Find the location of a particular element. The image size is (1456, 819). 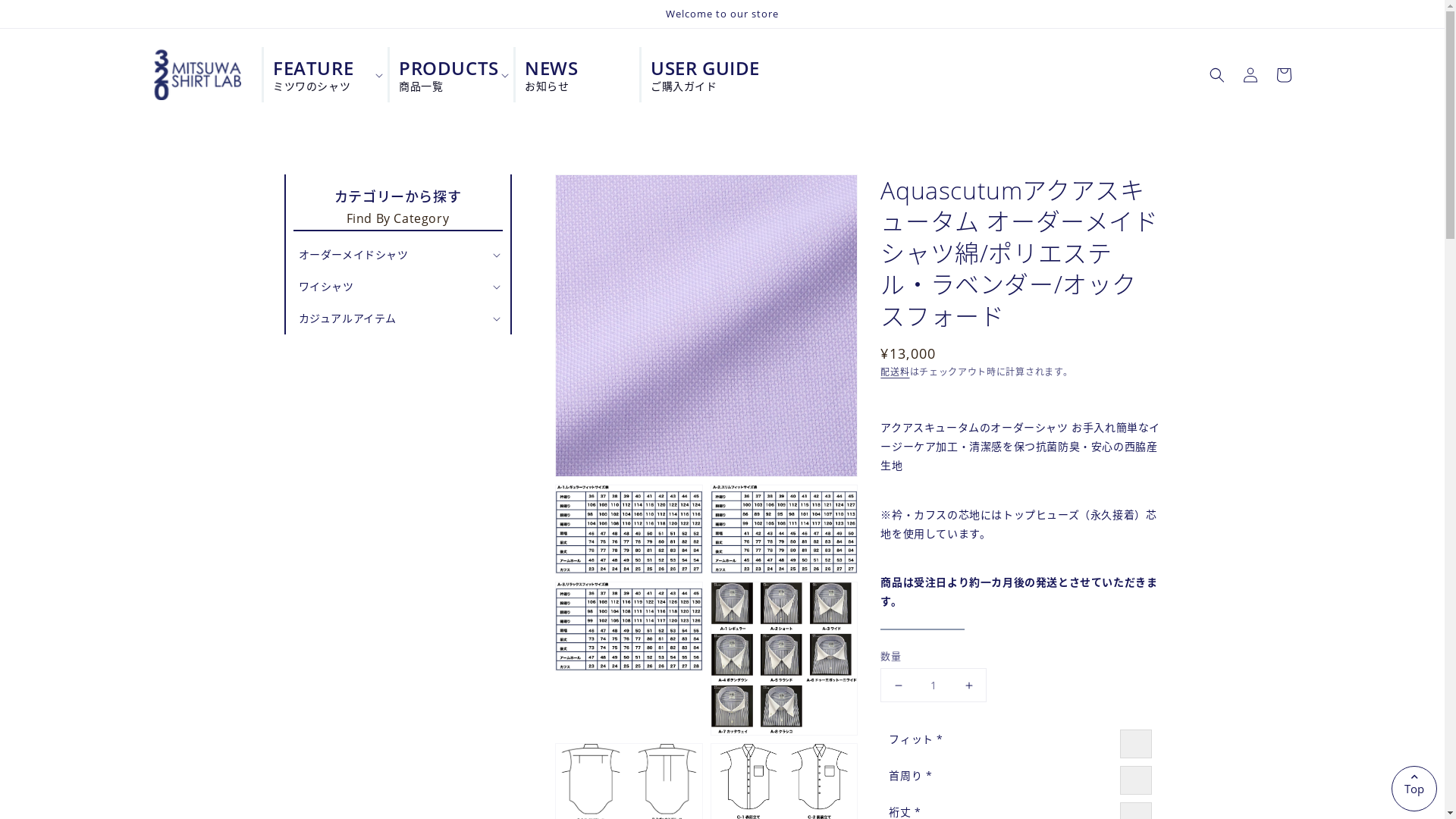

'USER GUIDE' is located at coordinates (696, 74).